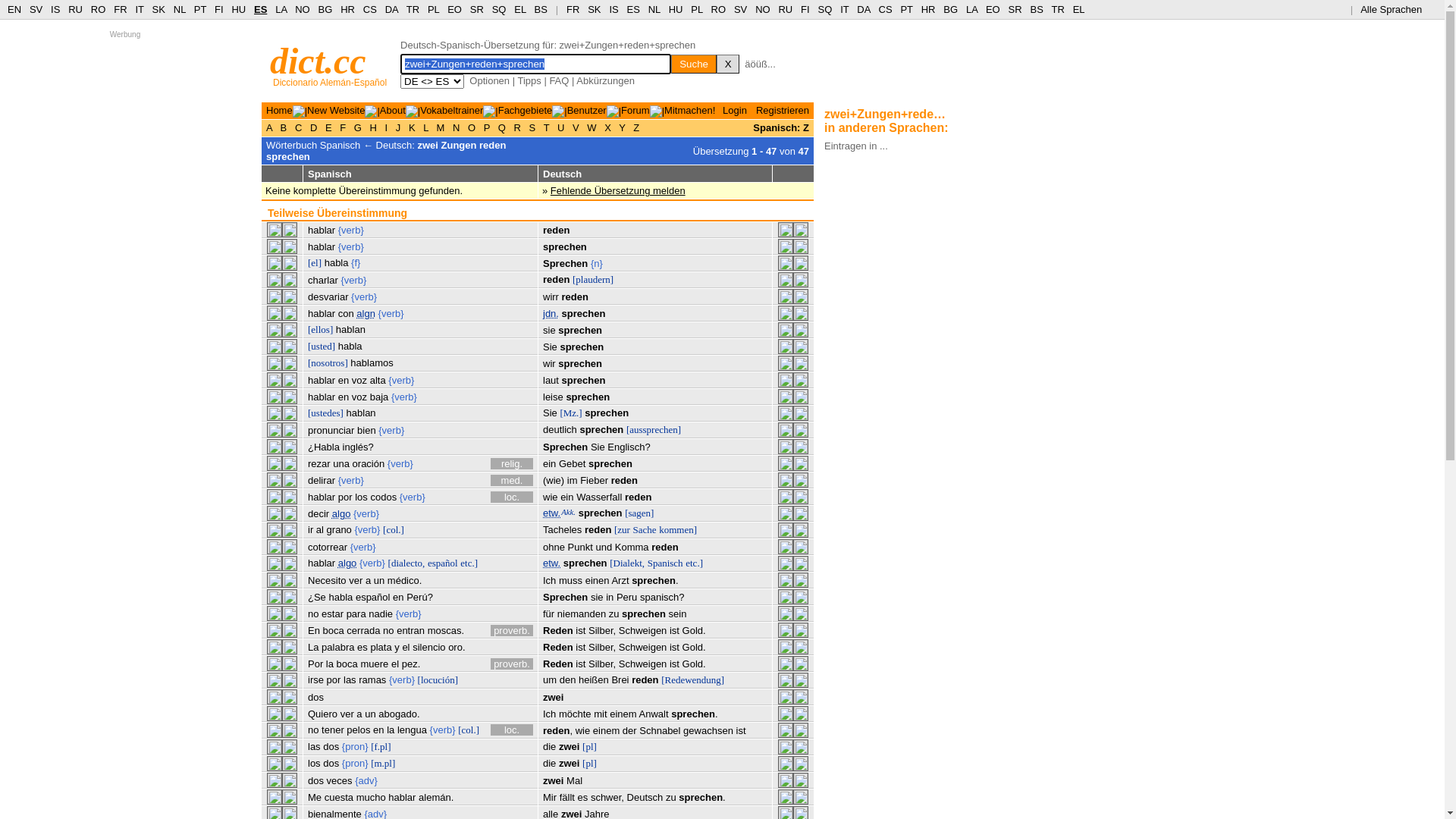 The height and width of the screenshot is (819, 1456). Describe the element at coordinates (579, 647) in the screenshot. I see `'ist'` at that location.